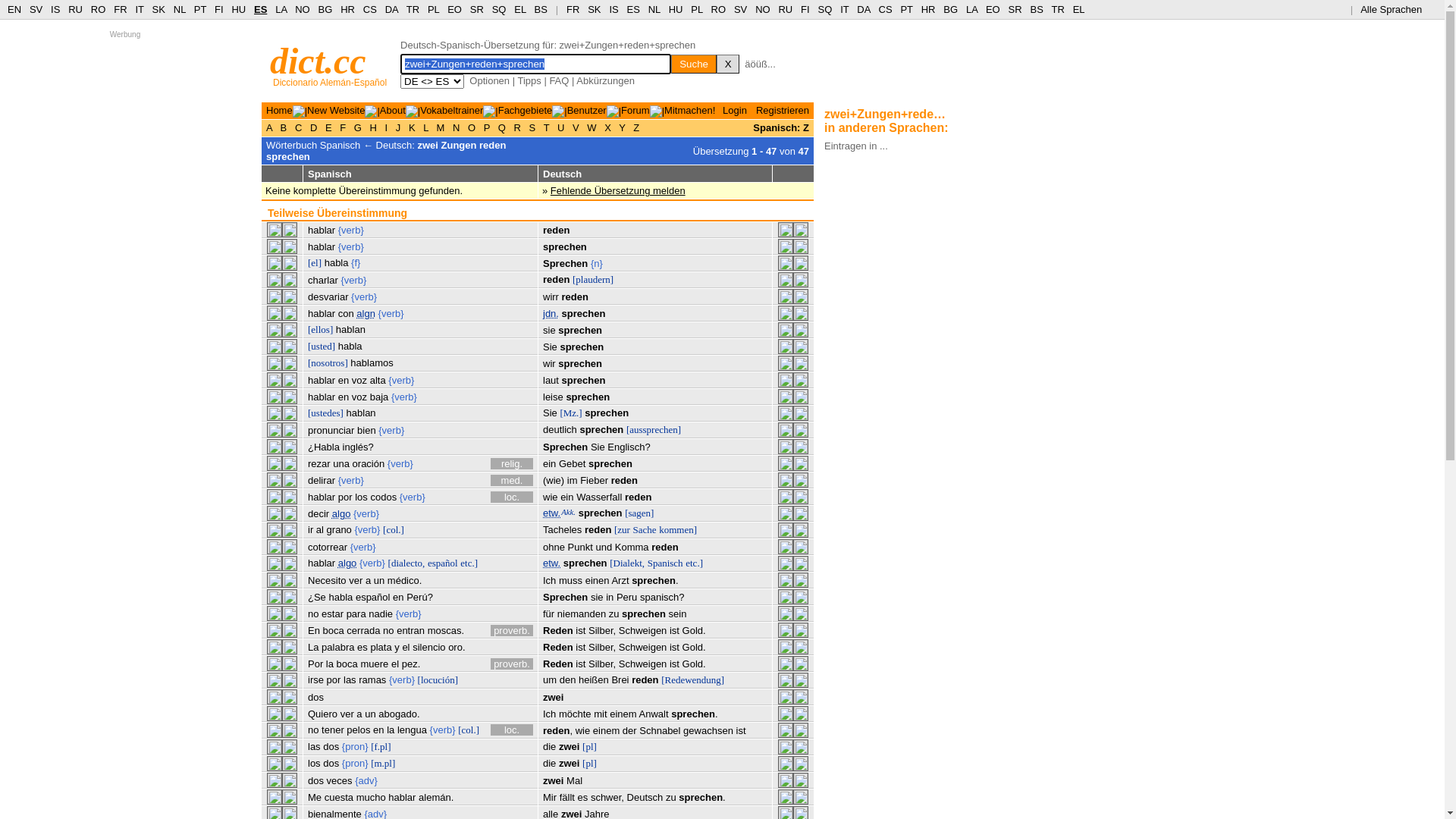 The height and width of the screenshot is (819, 1456). Describe the element at coordinates (579, 647) in the screenshot. I see `'ist'` at that location.